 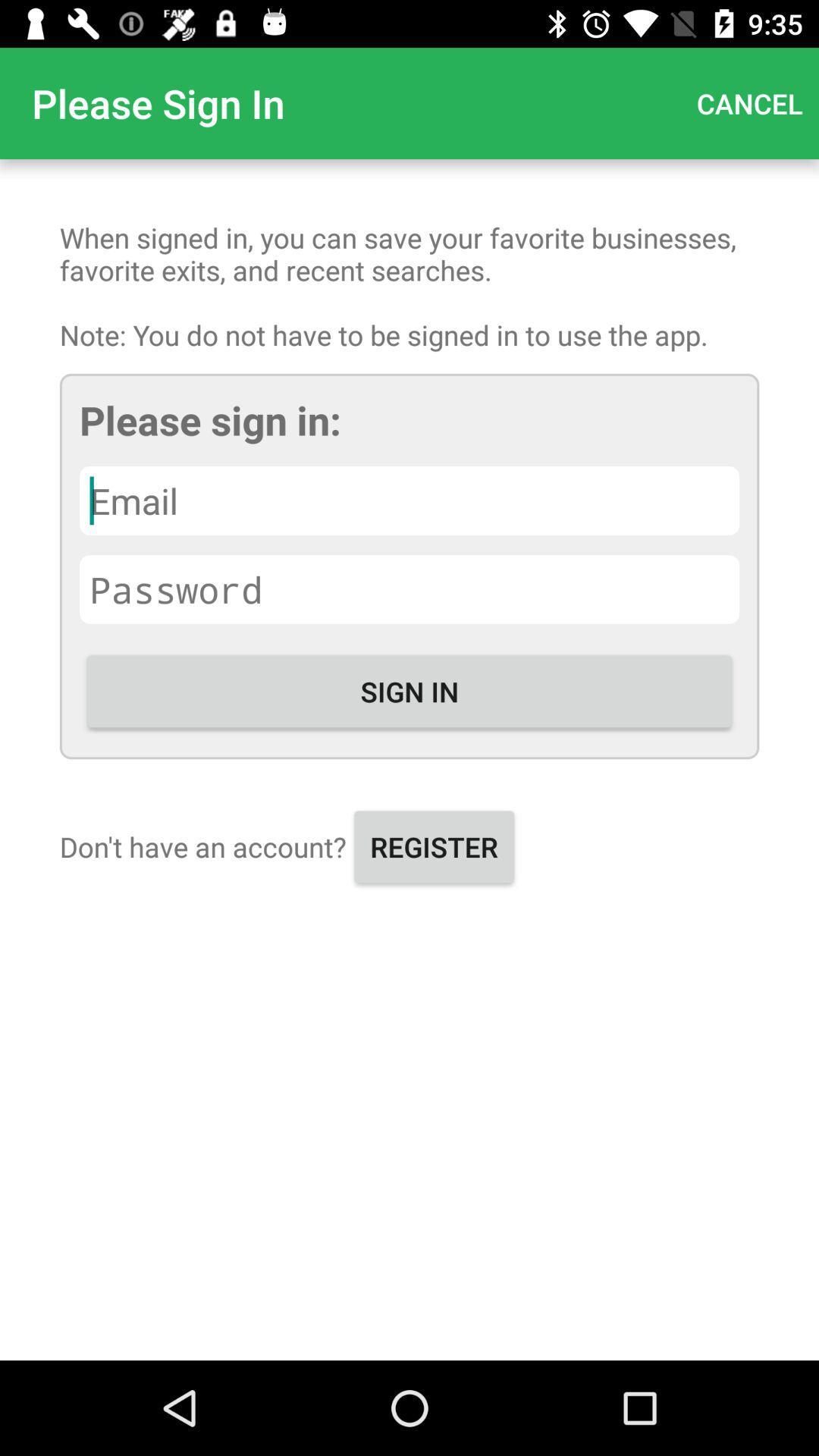 What do you see at coordinates (748, 102) in the screenshot?
I see `cancel icon` at bounding box center [748, 102].